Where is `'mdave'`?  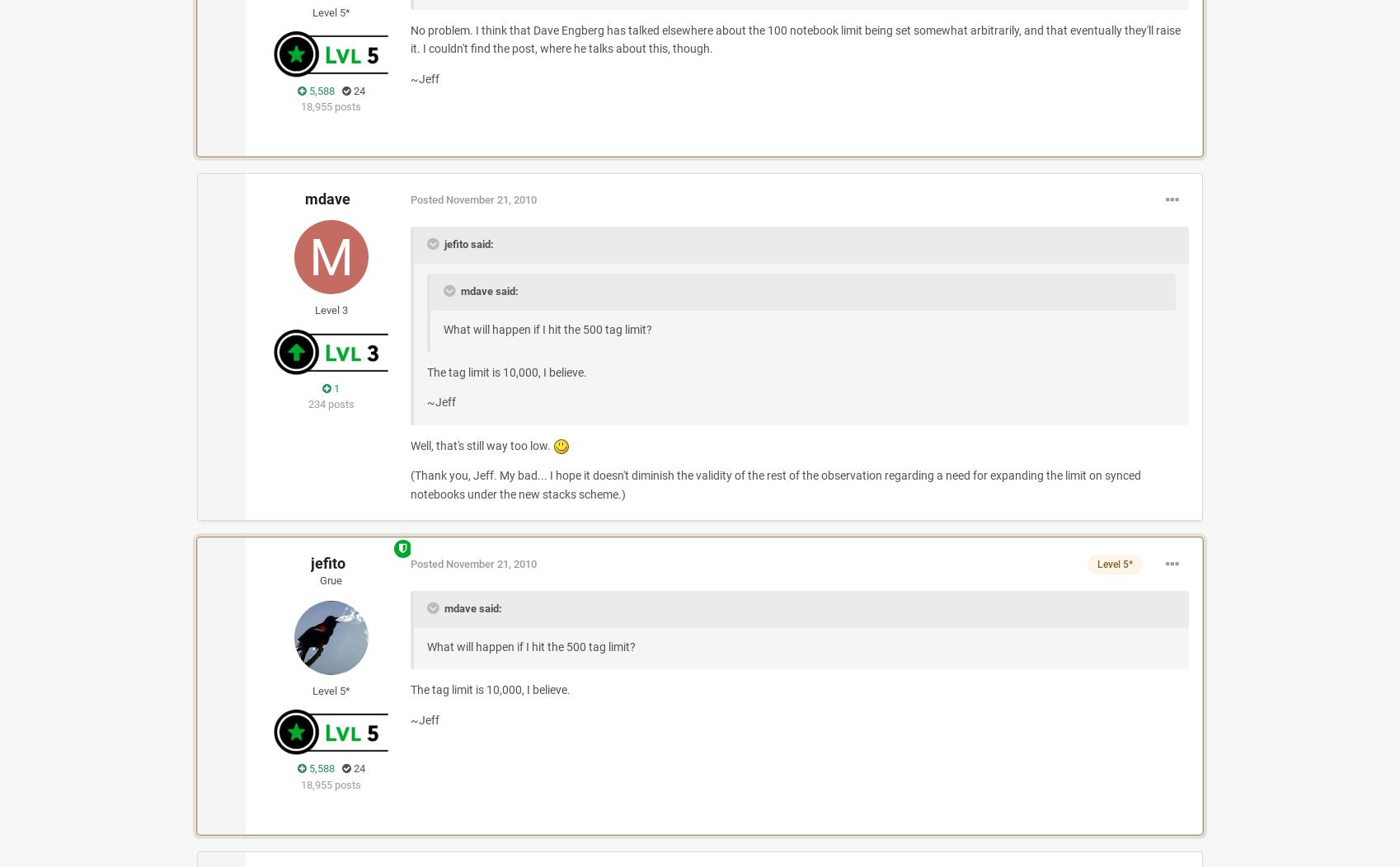 'mdave' is located at coordinates (327, 198).